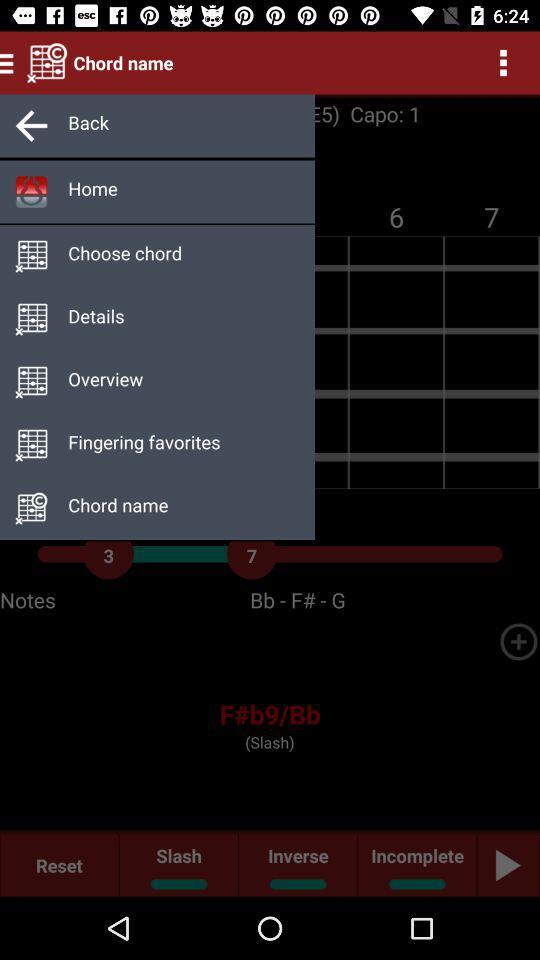  What do you see at coordinates (31, 446) in the screenshot?
I see `left of sixth option` at bounding box center [31, 446].